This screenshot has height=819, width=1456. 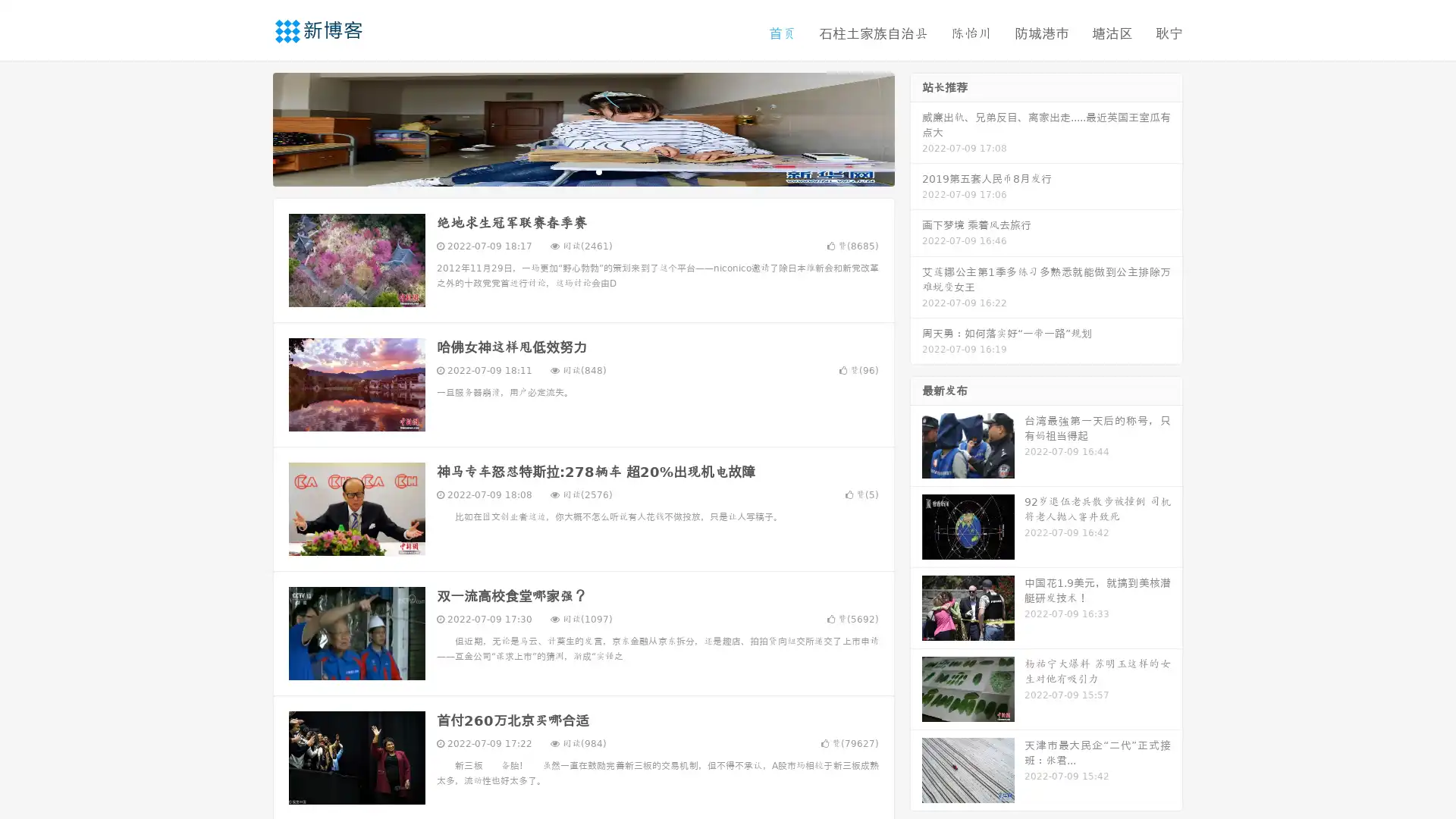 What do you see at coordinates (916, 127) in the screenshot?
I see `Next slide` at bounding box center [916, 127].